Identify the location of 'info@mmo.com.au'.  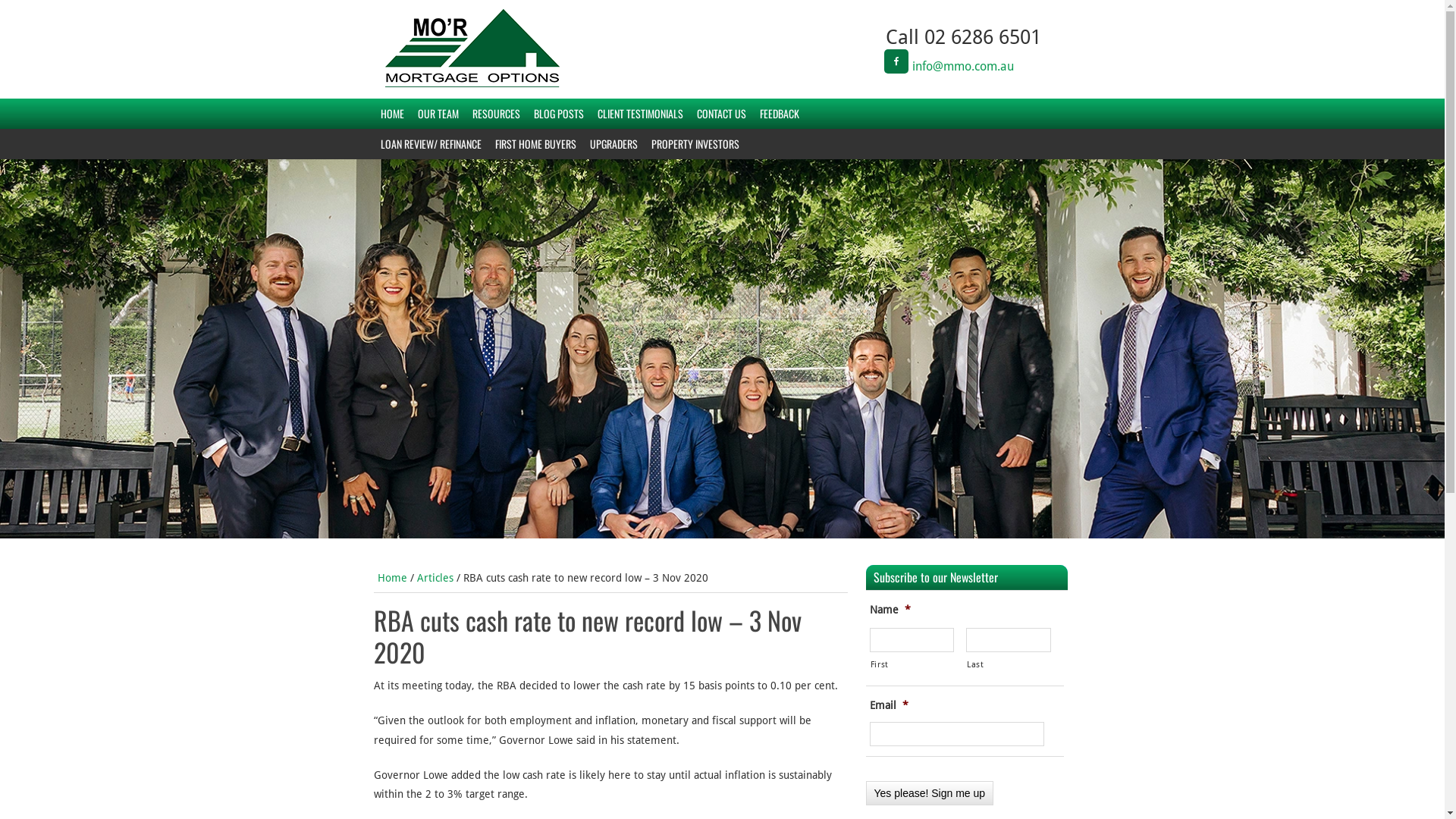
(912, 65).